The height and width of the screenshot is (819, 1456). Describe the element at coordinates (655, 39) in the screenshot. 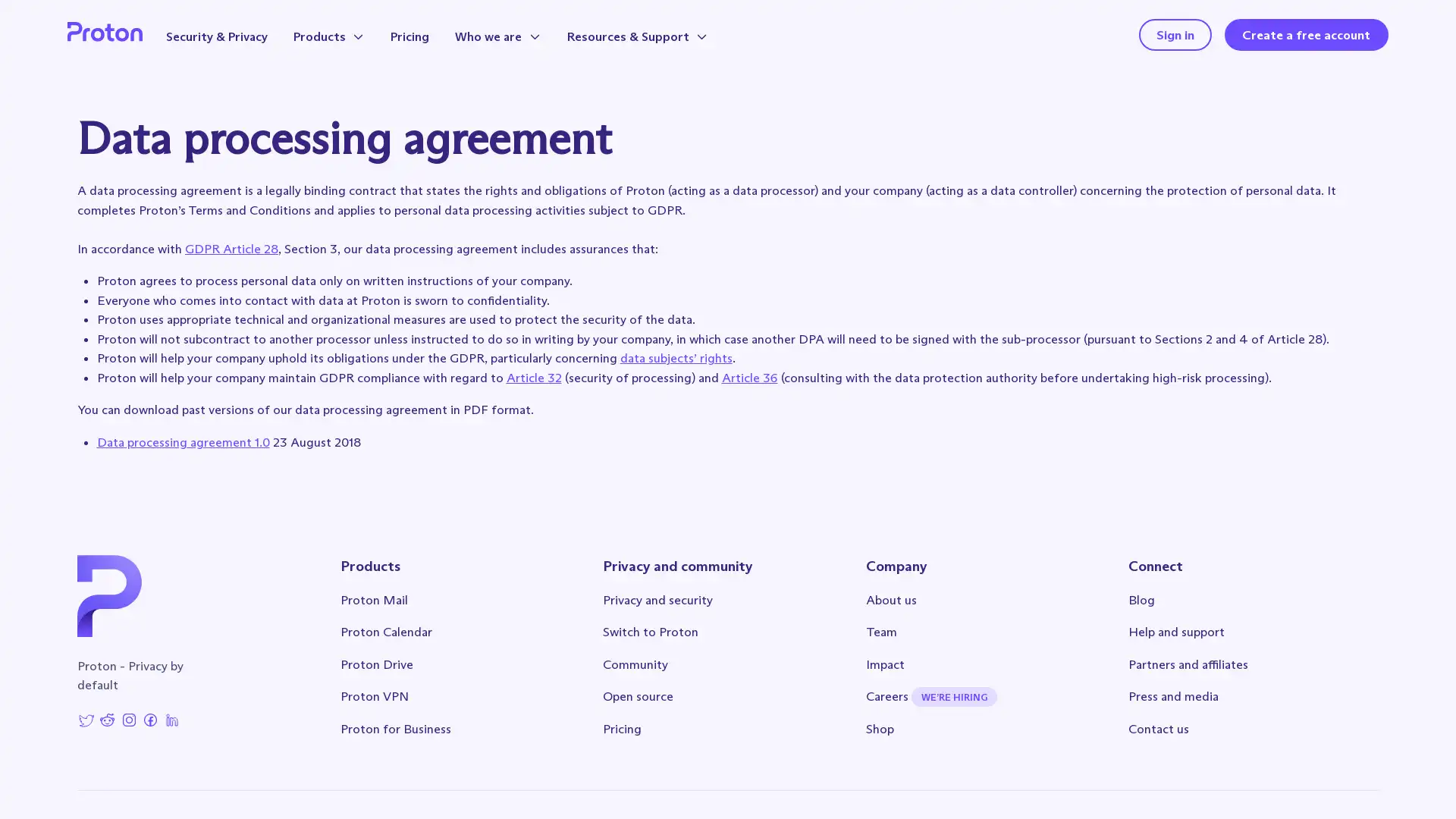

I see `Resources & Support` at that location.